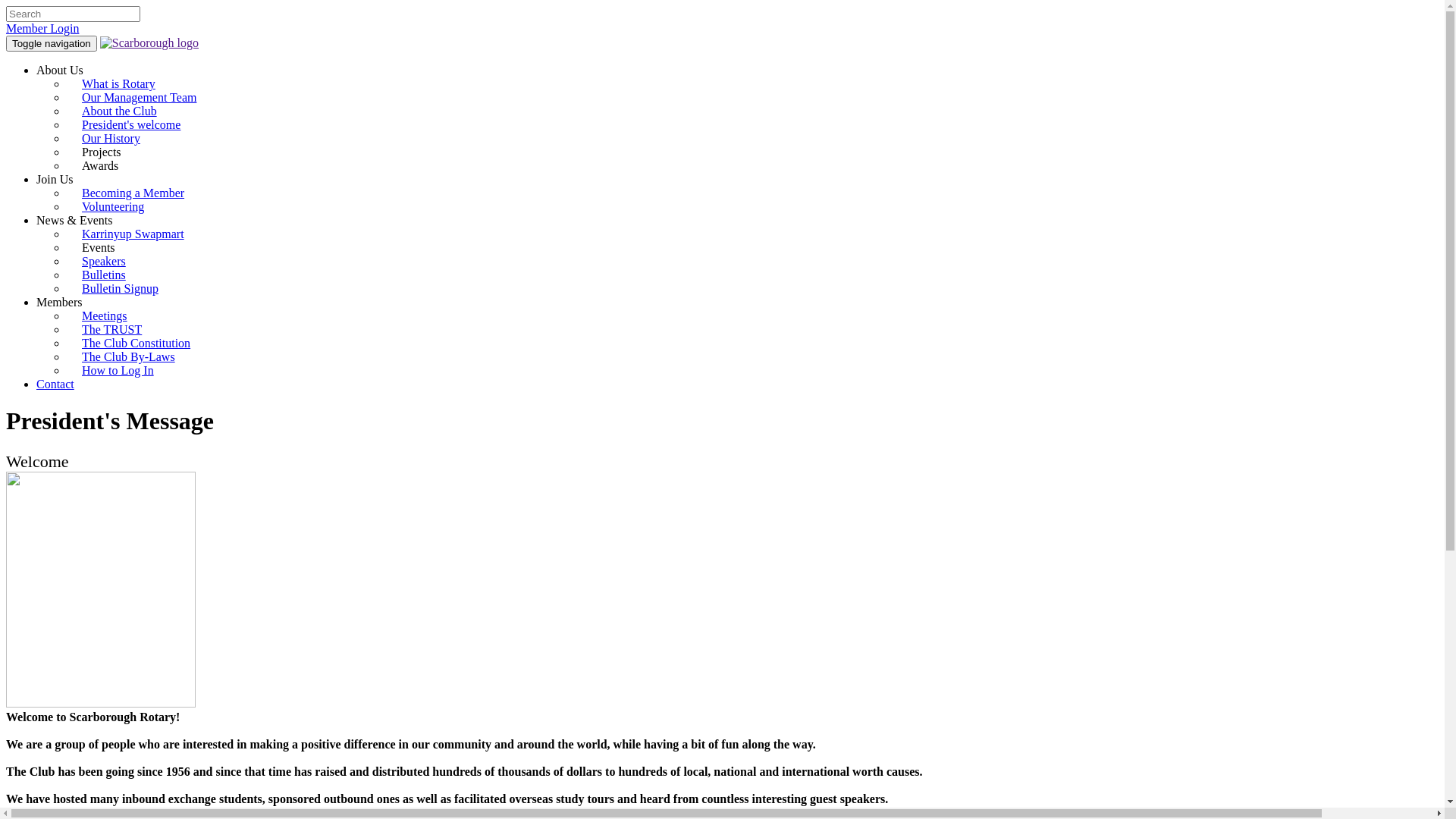 This screenshot has height=819, width=1456. Describe the element at coordinates (55, 178) in the screenshot. I see `'Join Us'` at that location.